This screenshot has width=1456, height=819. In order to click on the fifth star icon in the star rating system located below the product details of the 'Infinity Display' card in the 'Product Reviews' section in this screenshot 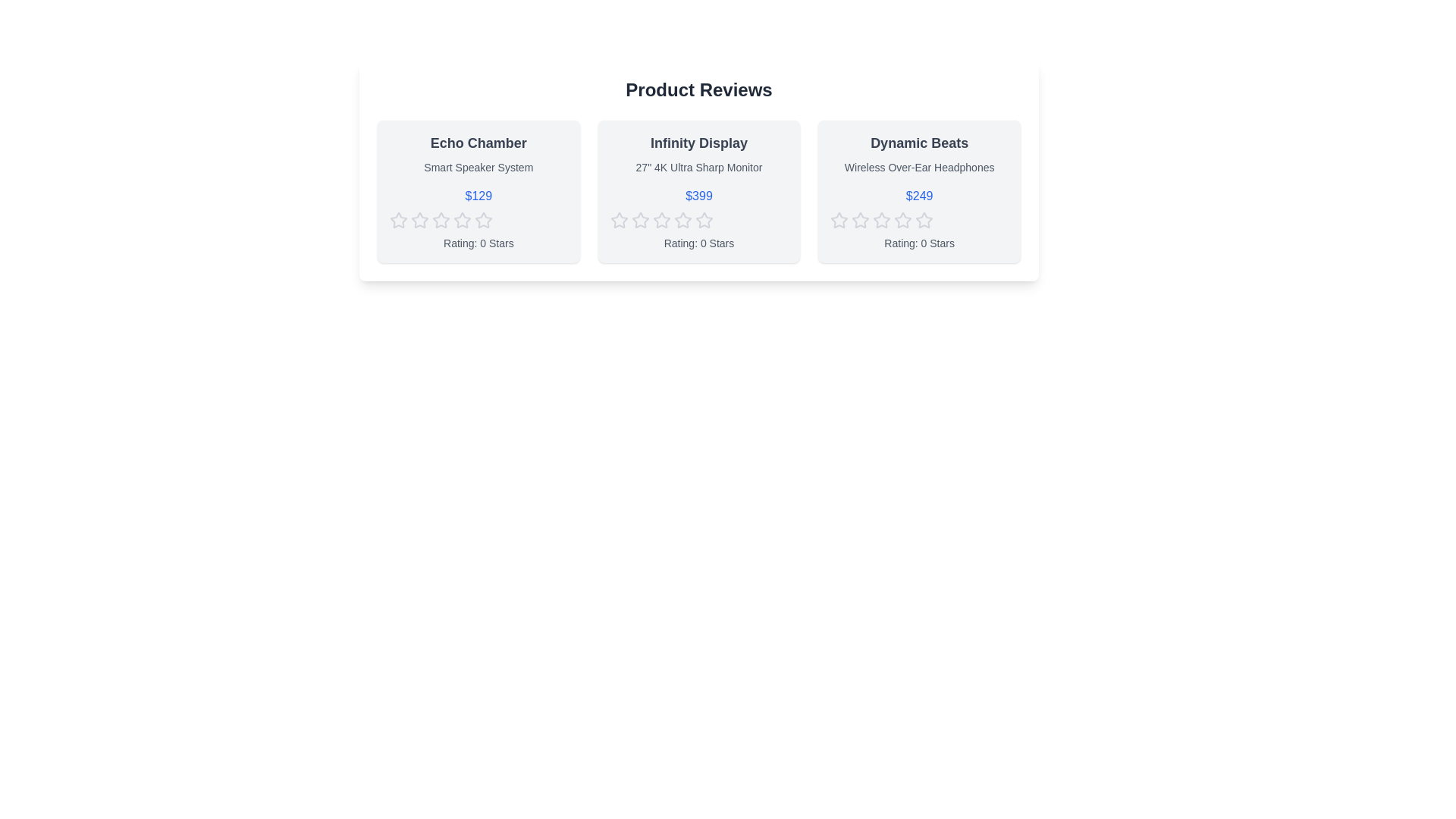, I will do `click(703, 220)`.